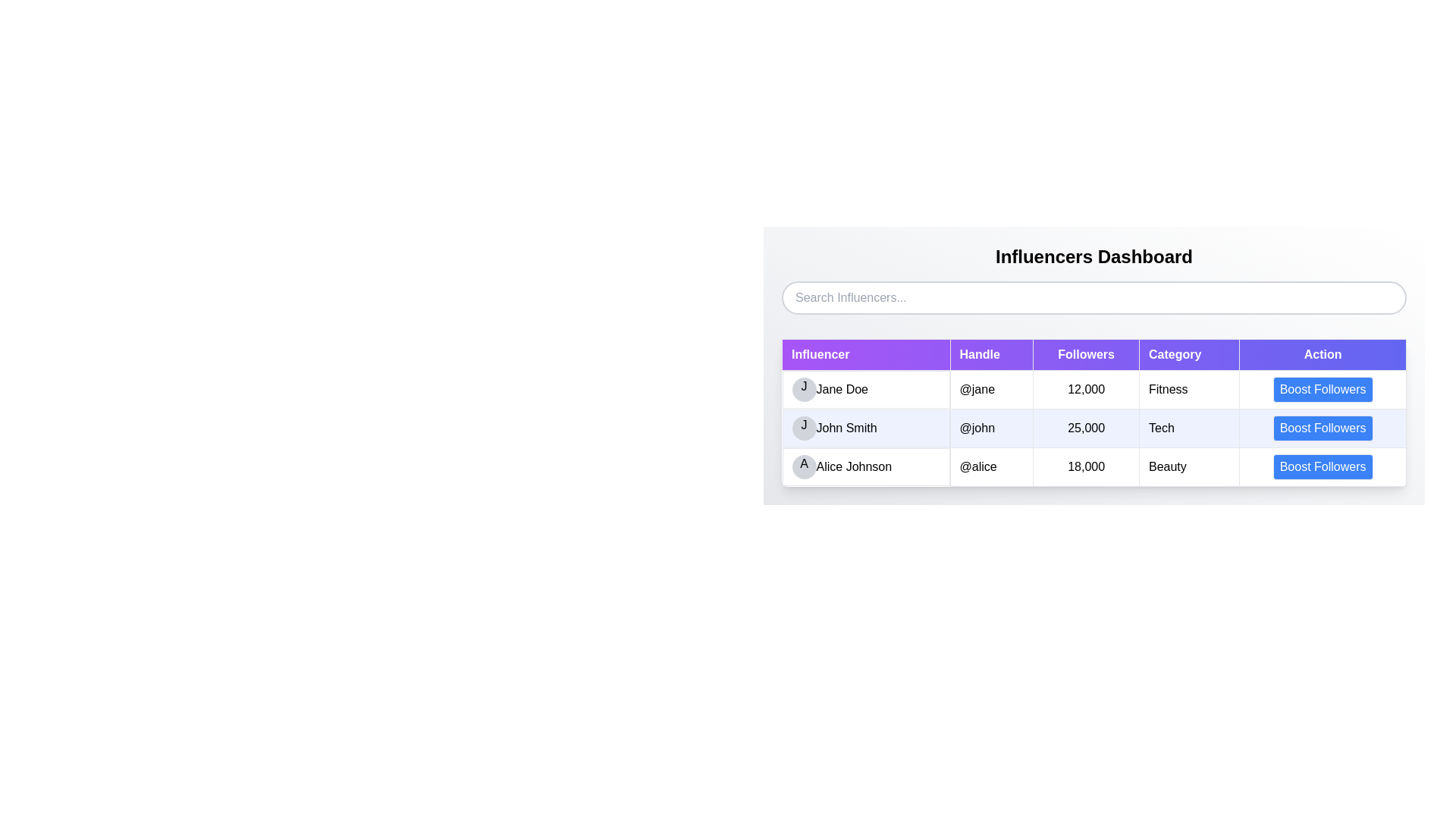 The height and width of the screenshot is (819, 1456). Describe the element at coordinates (803, 428) in the screenshot. I see `the Avatar placeholder, which is a circular badge with a gray background and a centered letter 'J', located at the left of the row containing the name 'John Smith'` at that location.